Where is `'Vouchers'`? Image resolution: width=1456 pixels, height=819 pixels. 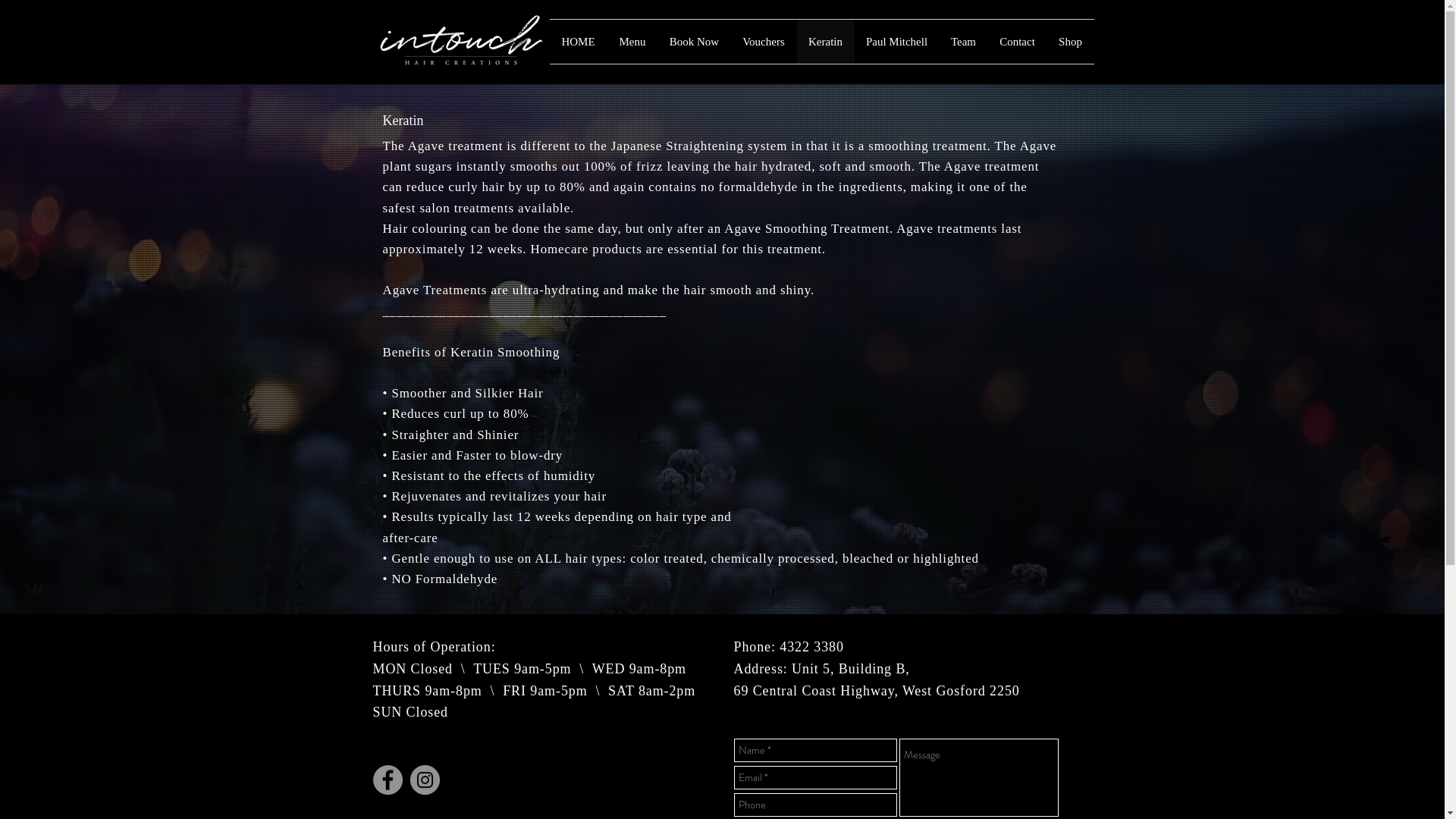
'Vouchers' is located at coordinates (764, 40).